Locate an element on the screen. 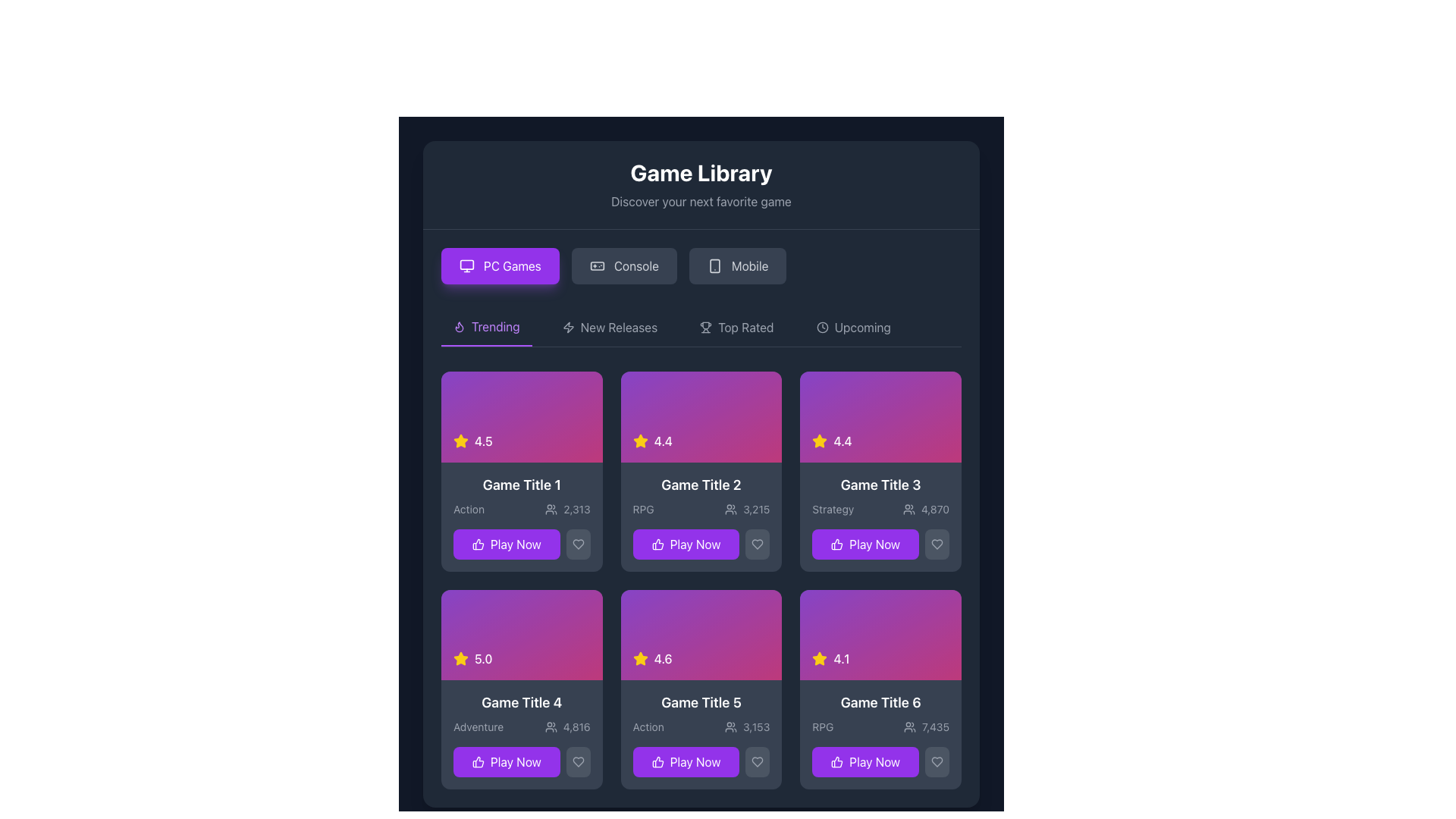 This screenshot has width=1456, height=819. the trophy icon located in the Top Rated section of the navigation, positioned right after the labels for Trending or New Releases is located at coordinates (705, 327).